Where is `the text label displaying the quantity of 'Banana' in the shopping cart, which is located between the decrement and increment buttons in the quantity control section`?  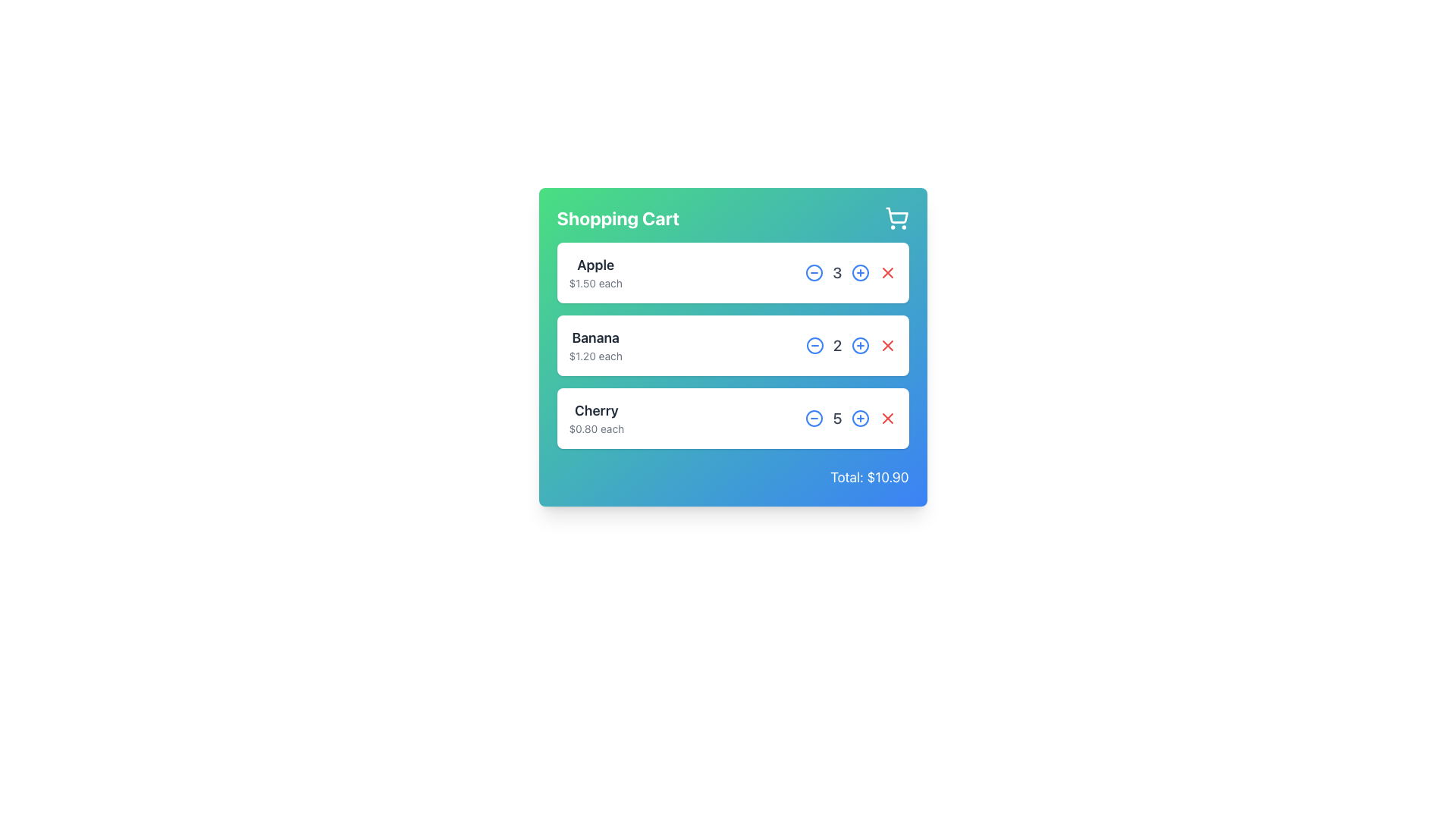 the text label displaying the quantity of 'Banana' in the shopping cart, which is located between the decrement and increment buttons in the quantity control section is located at coordinates (851, 345).